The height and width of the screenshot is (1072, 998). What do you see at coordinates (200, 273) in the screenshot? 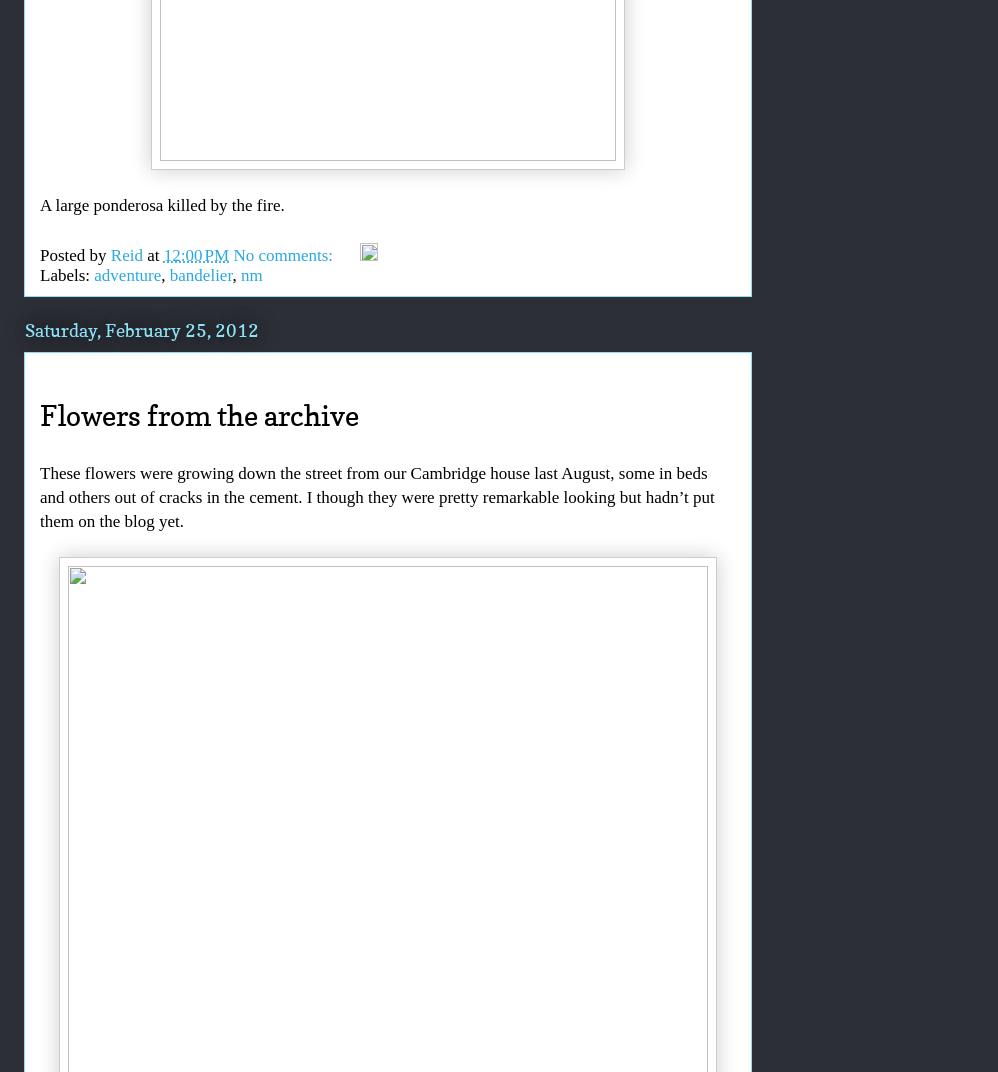
I see `'bandelier'` at bounding box center [200, 273].